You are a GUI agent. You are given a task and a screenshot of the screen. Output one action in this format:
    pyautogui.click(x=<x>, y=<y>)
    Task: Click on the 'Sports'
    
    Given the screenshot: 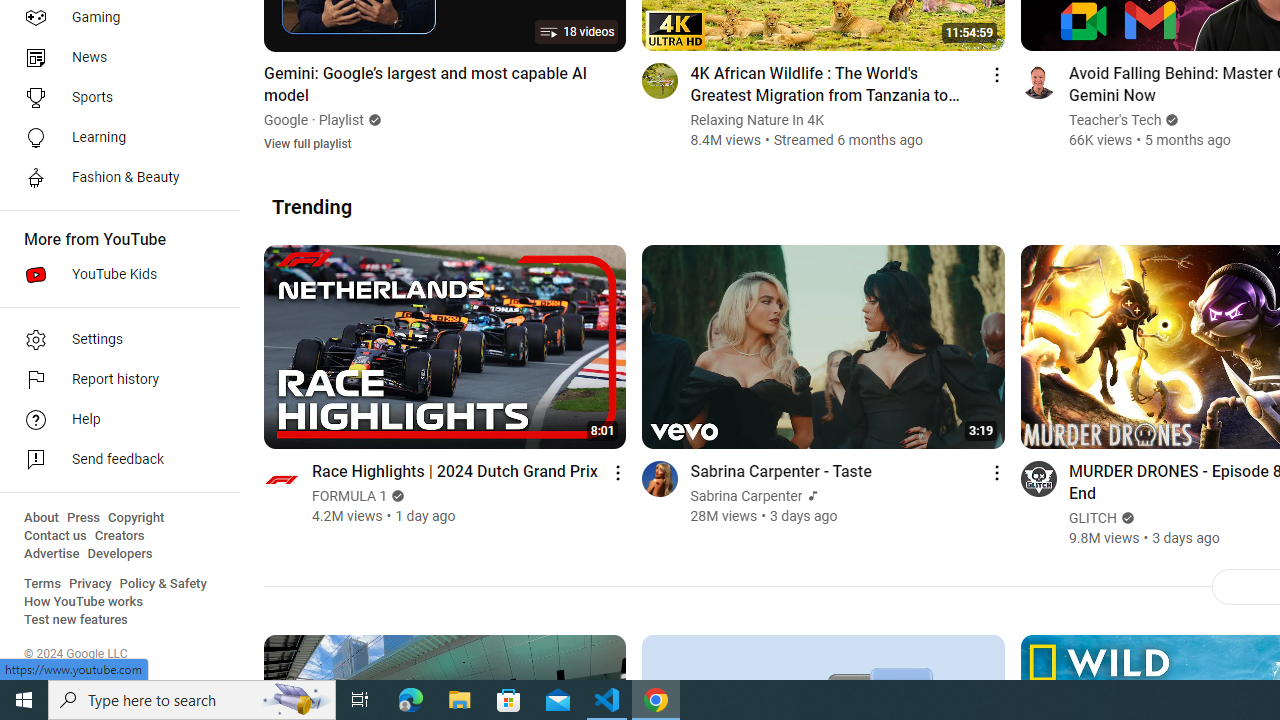 What is the action you would take?
    pyautogui.click(x=112, y=97)
    